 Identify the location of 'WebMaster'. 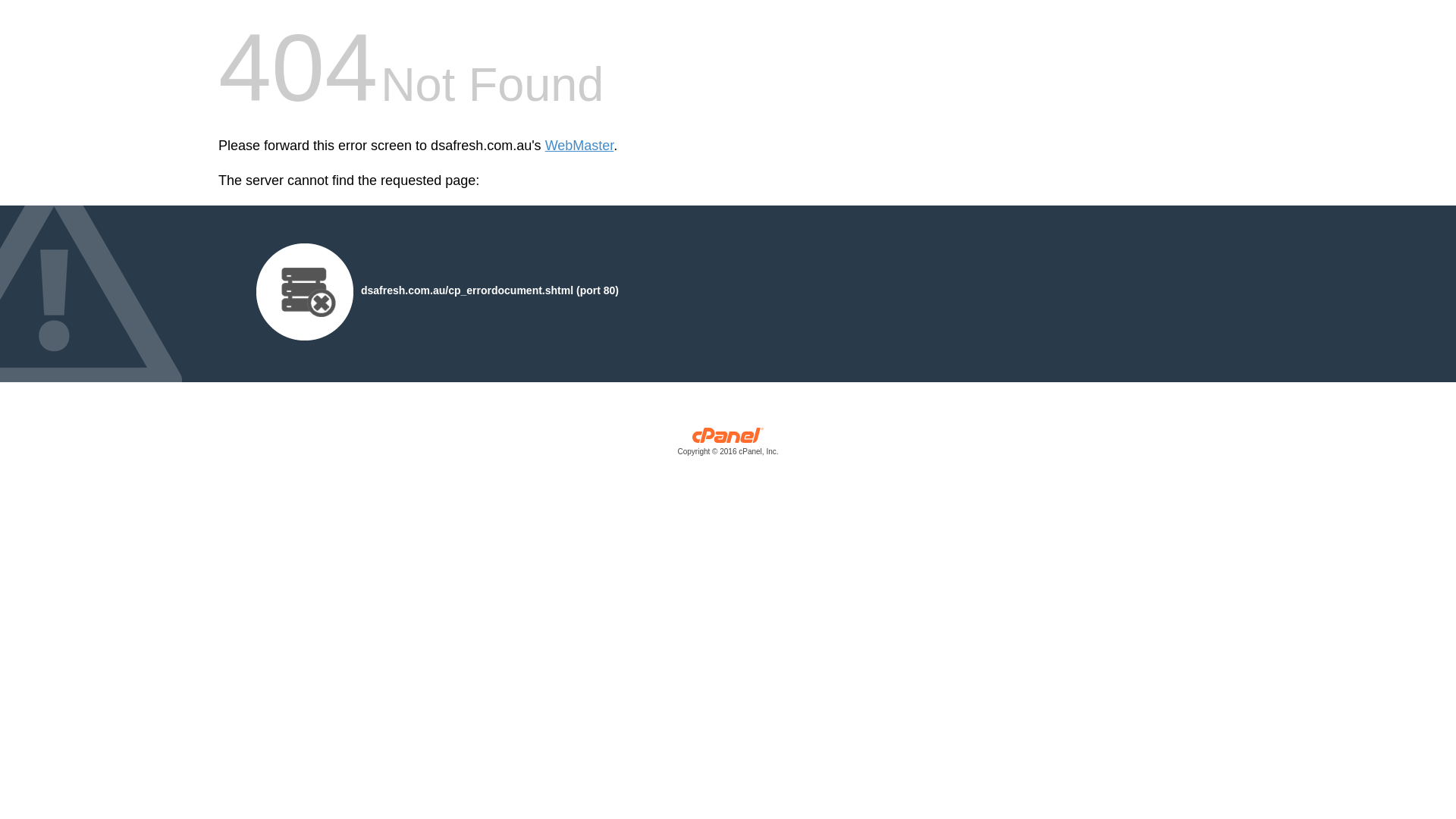
(579, 146).